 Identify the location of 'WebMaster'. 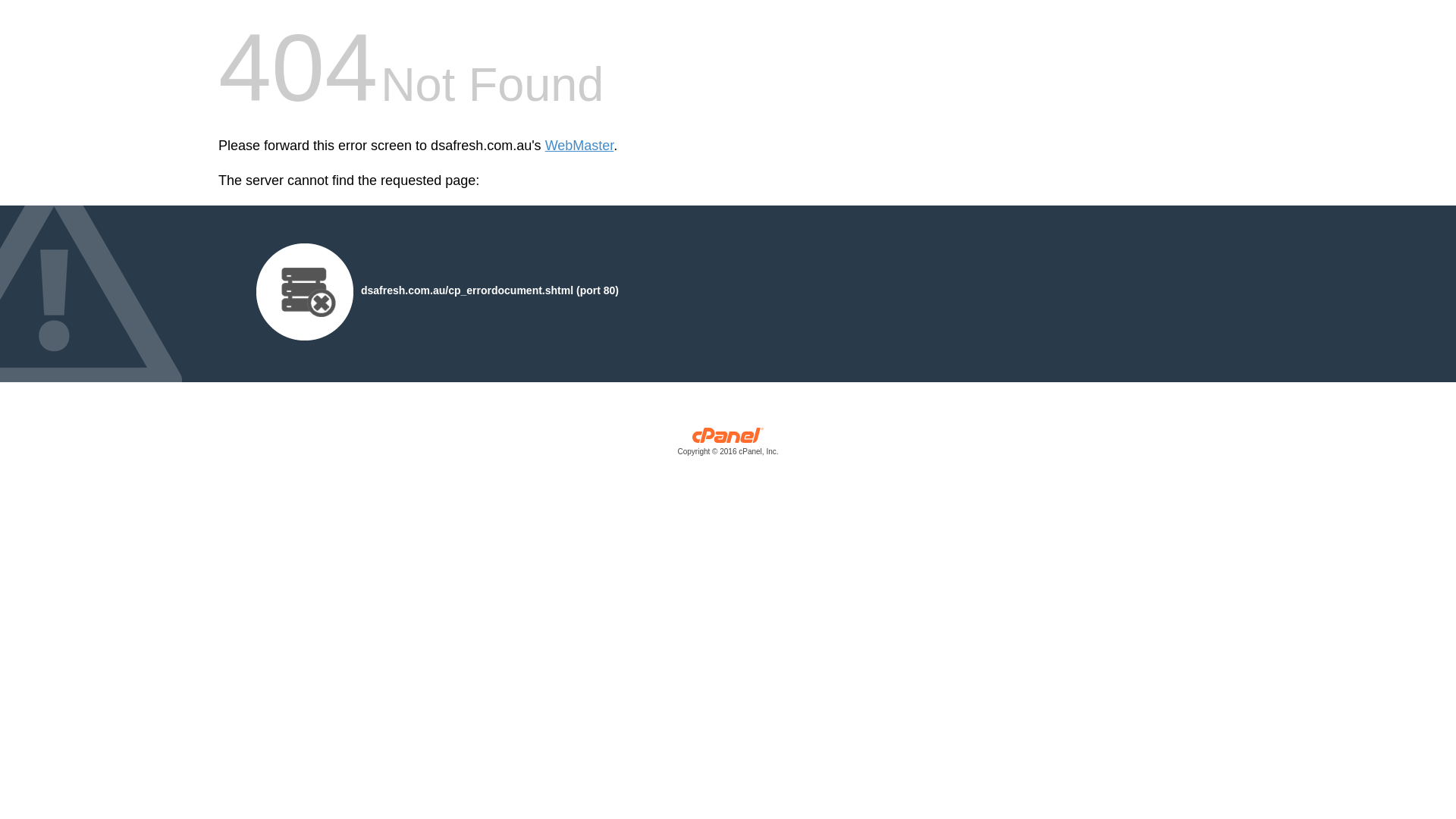
(579, 146).